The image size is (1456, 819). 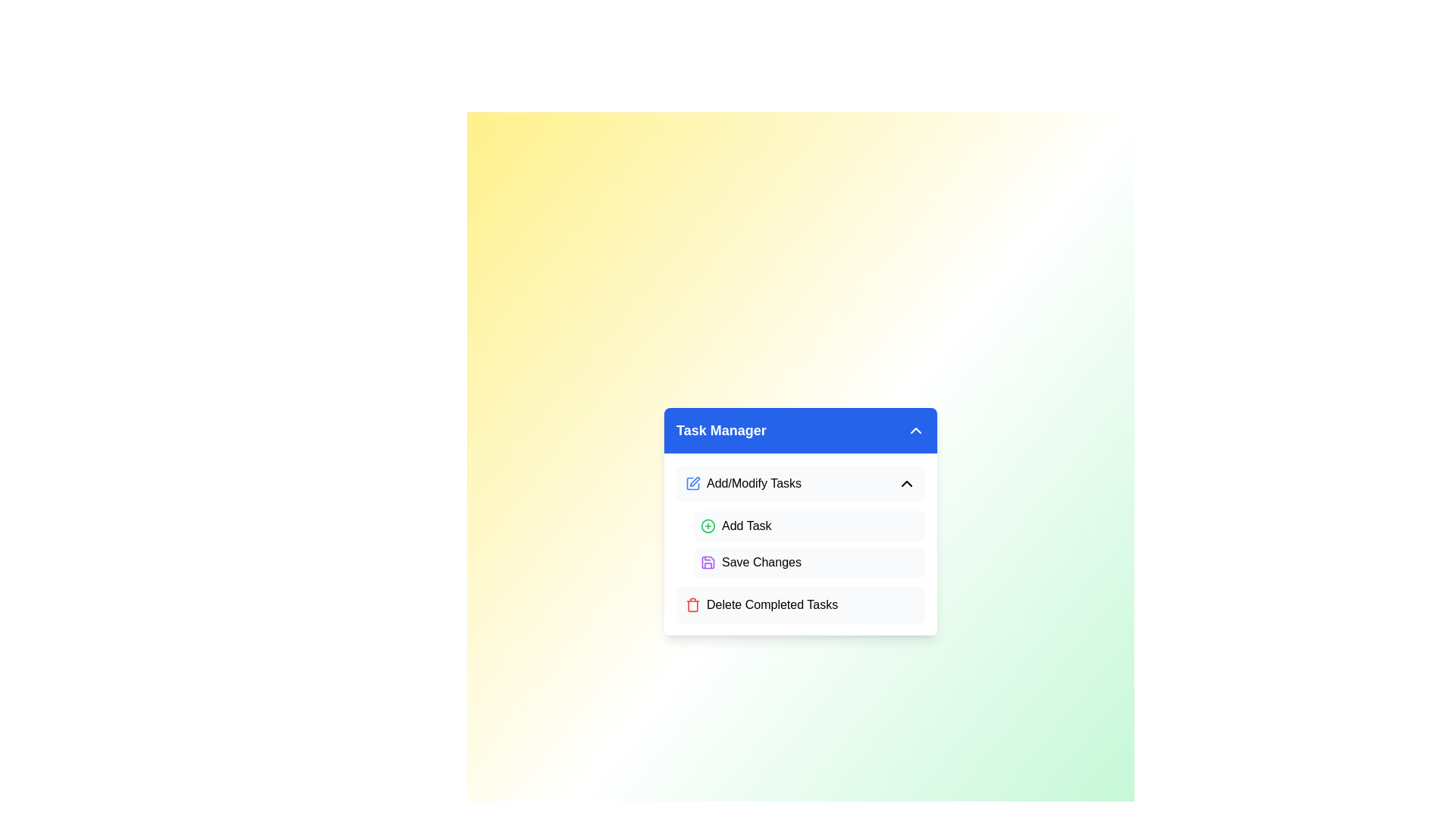 I want to click on the arrow icon button that toggles collapse/expand for the 'Add/Modify Tasks' section, located to the right of the section label, so click(x=906, y=483).